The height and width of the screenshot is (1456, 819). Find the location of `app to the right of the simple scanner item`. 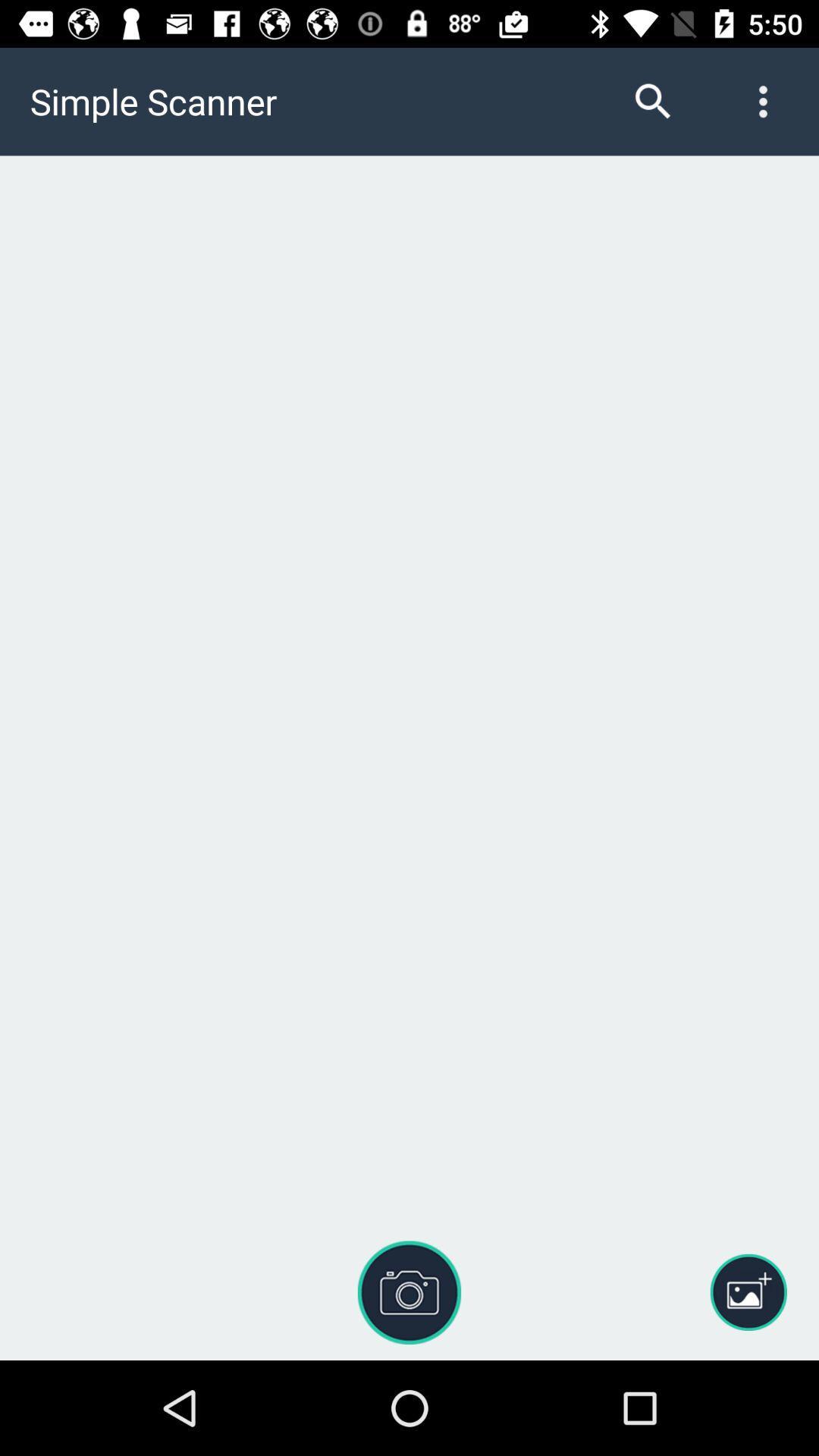

app to the right of the simple scanner item is located at coordinates (652, 101).